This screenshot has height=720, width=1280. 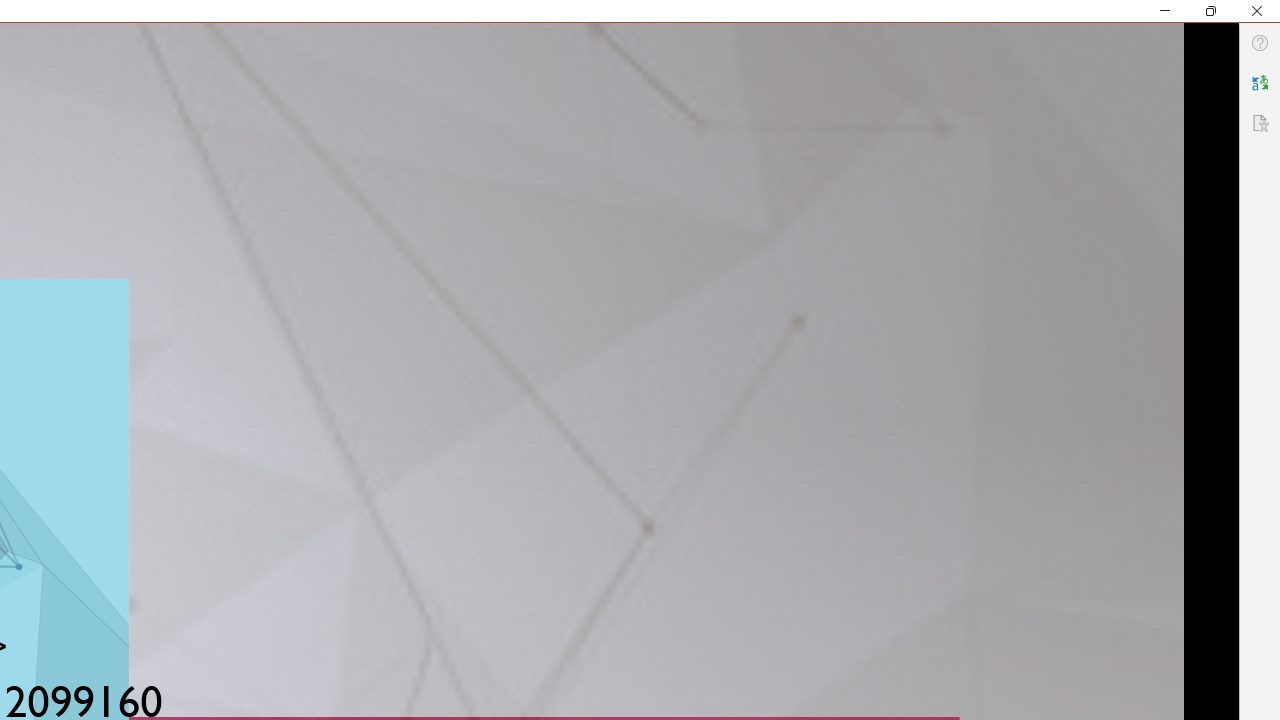 I want to click on 'Translator', so click(x=1259, y=82).